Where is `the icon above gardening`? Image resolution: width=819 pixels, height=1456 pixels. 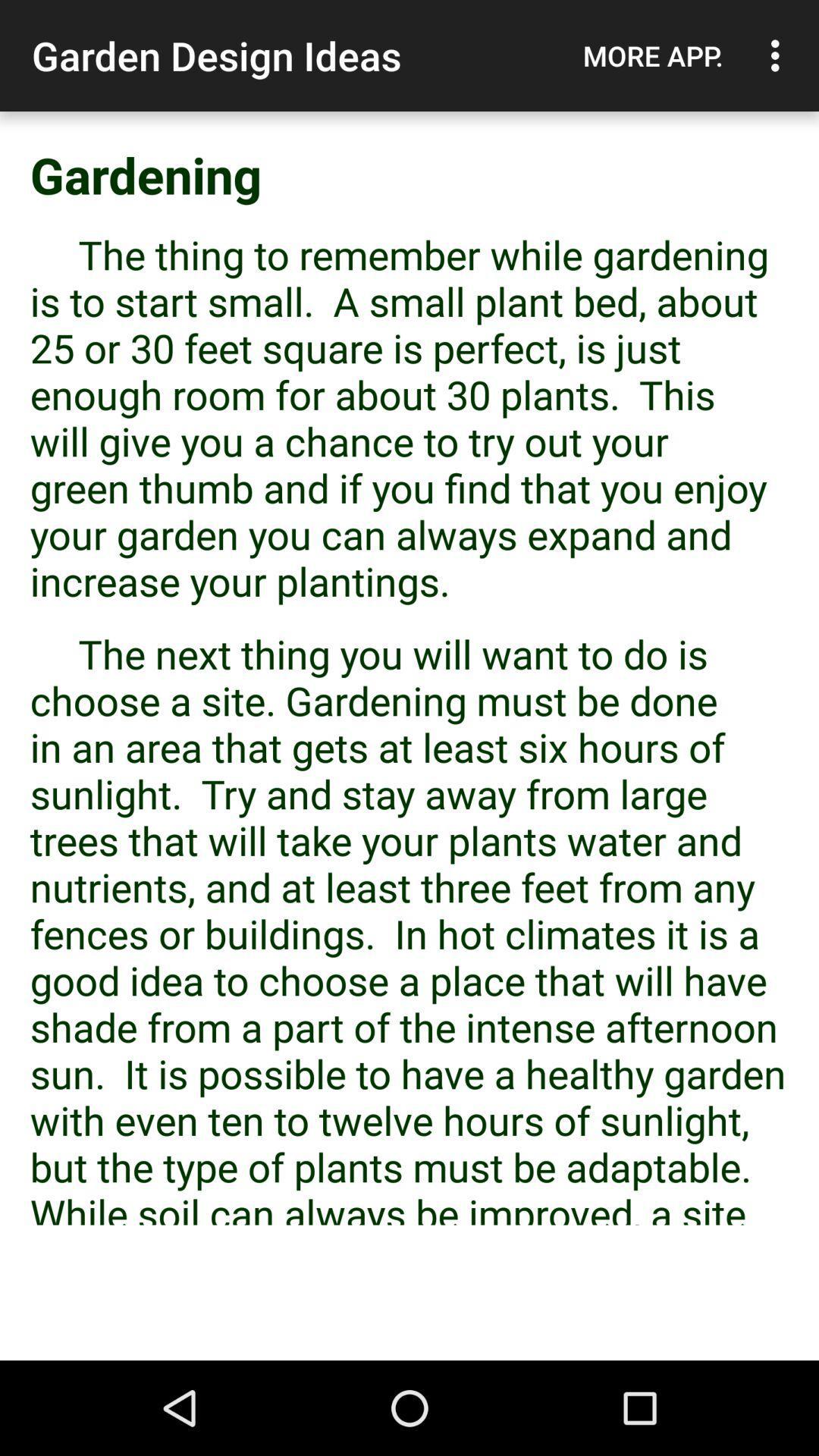 the icon above gardening is located at coordinates (779, 55).